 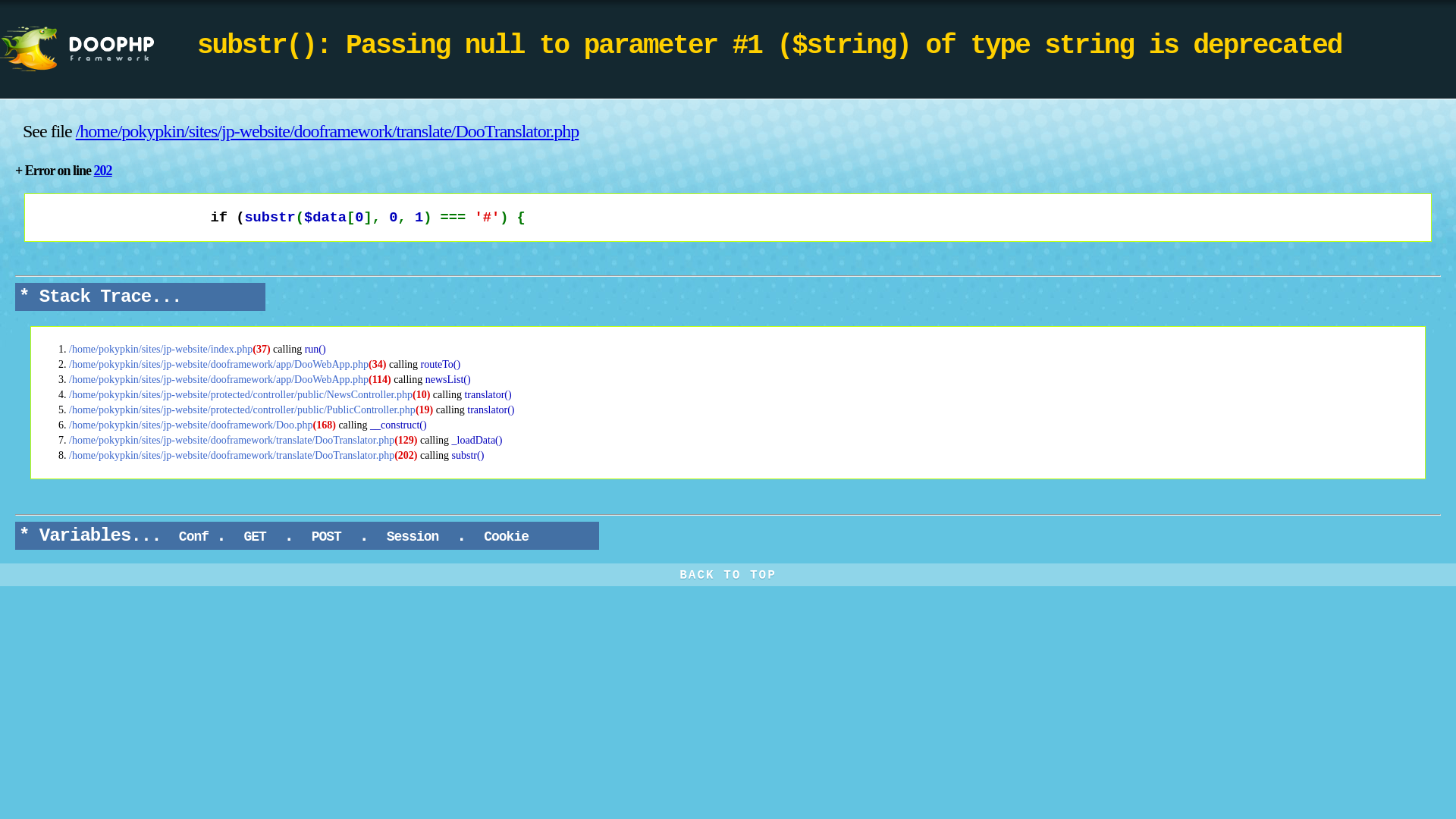 What do you see at coordinates (412, 536) in the screenshot?
I see `' Session '` at bounding box center [412, 536].